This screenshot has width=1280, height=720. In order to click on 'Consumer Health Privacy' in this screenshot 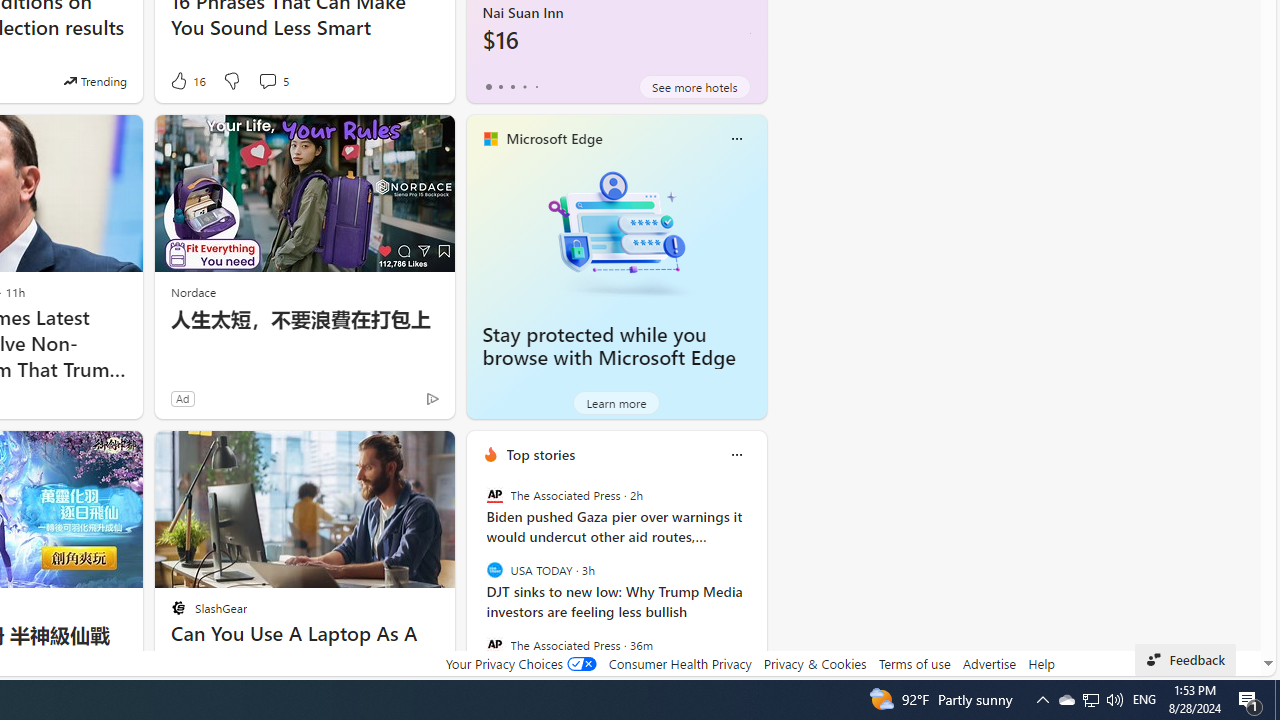, I will do `click(680, 663)`.